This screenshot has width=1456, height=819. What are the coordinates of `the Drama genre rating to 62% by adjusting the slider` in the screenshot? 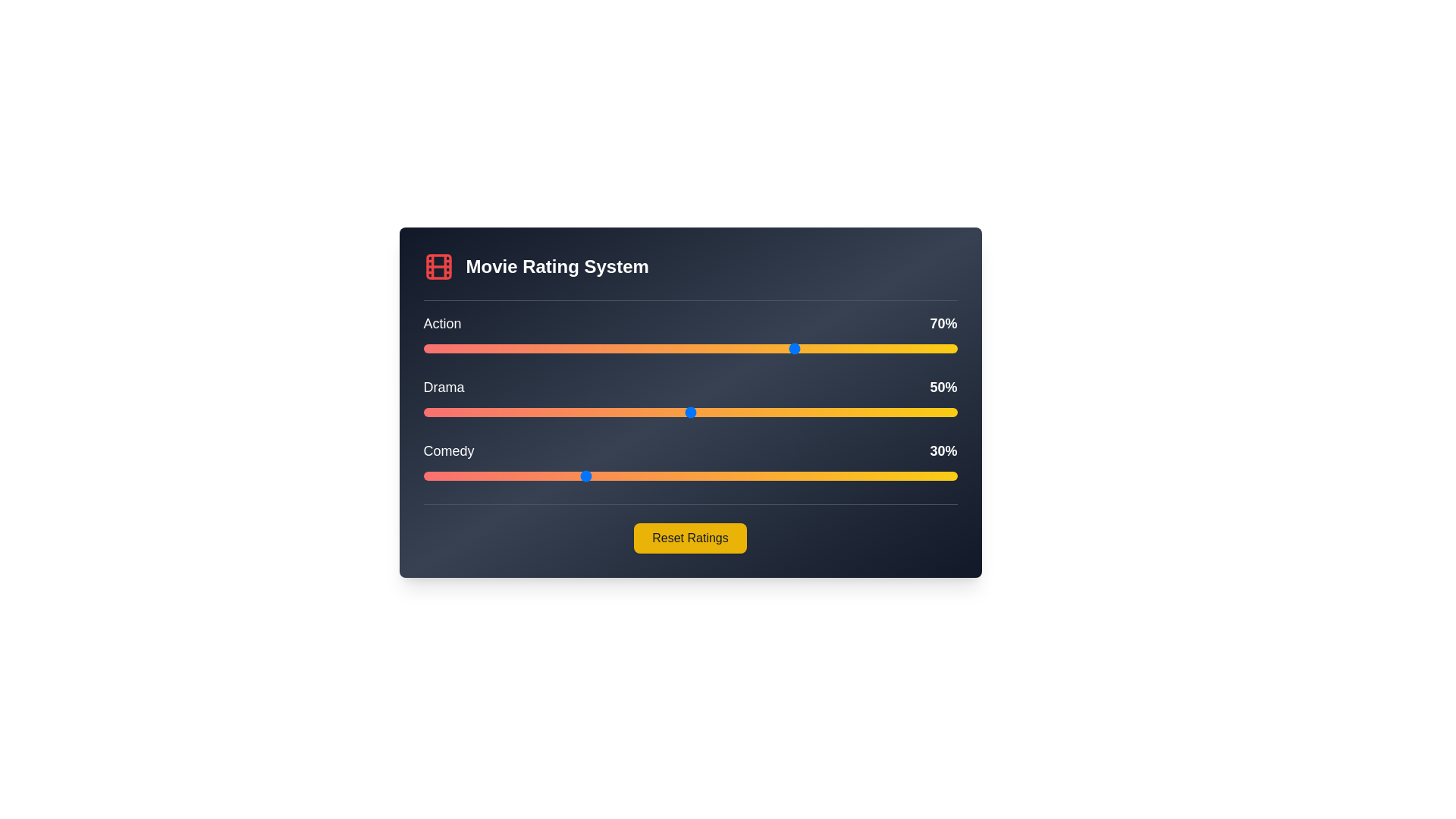 It's located at (754, 412).